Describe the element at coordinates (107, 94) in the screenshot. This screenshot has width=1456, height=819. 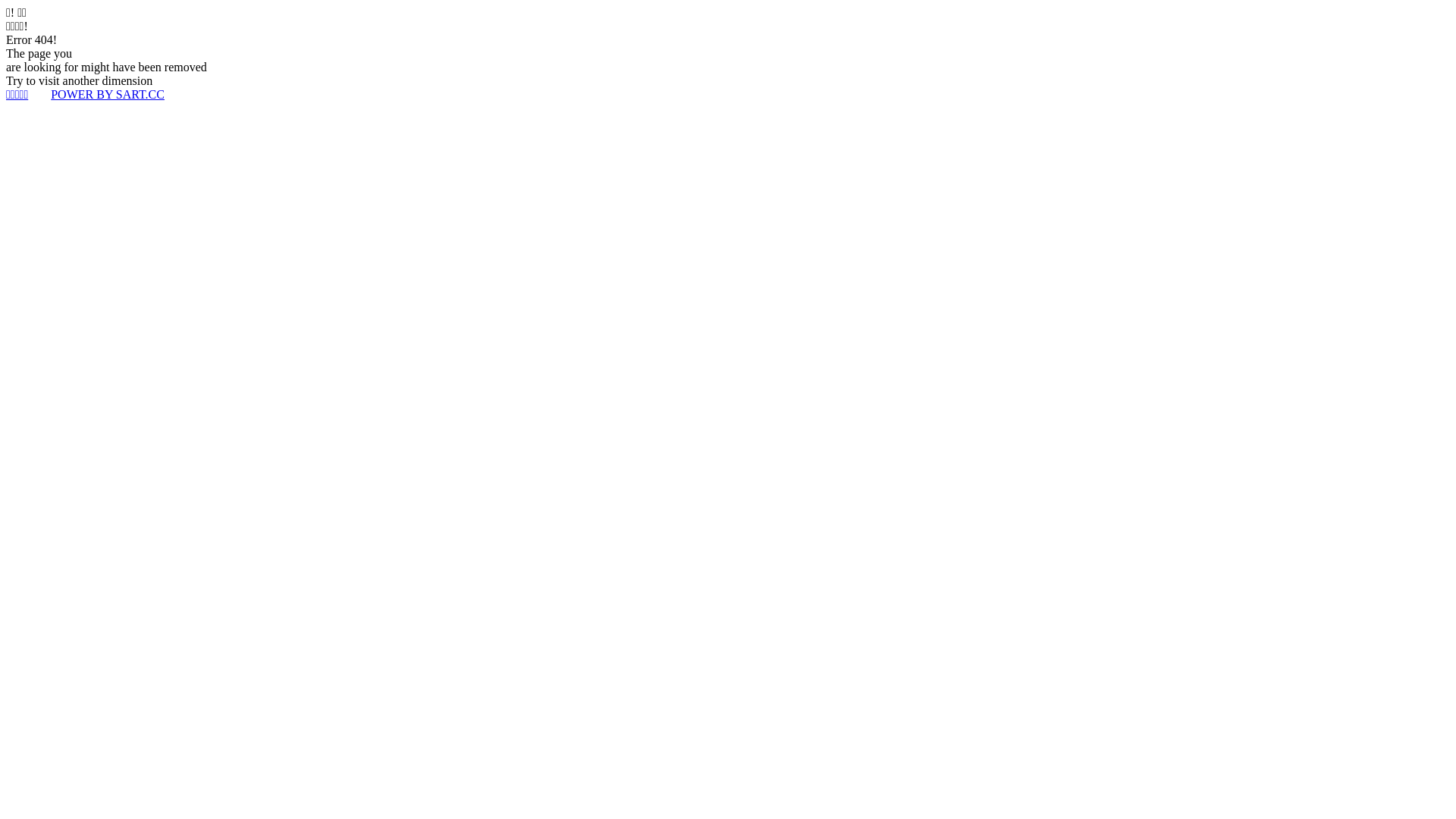
I see `'POWER BY SART.CC'` at that location.